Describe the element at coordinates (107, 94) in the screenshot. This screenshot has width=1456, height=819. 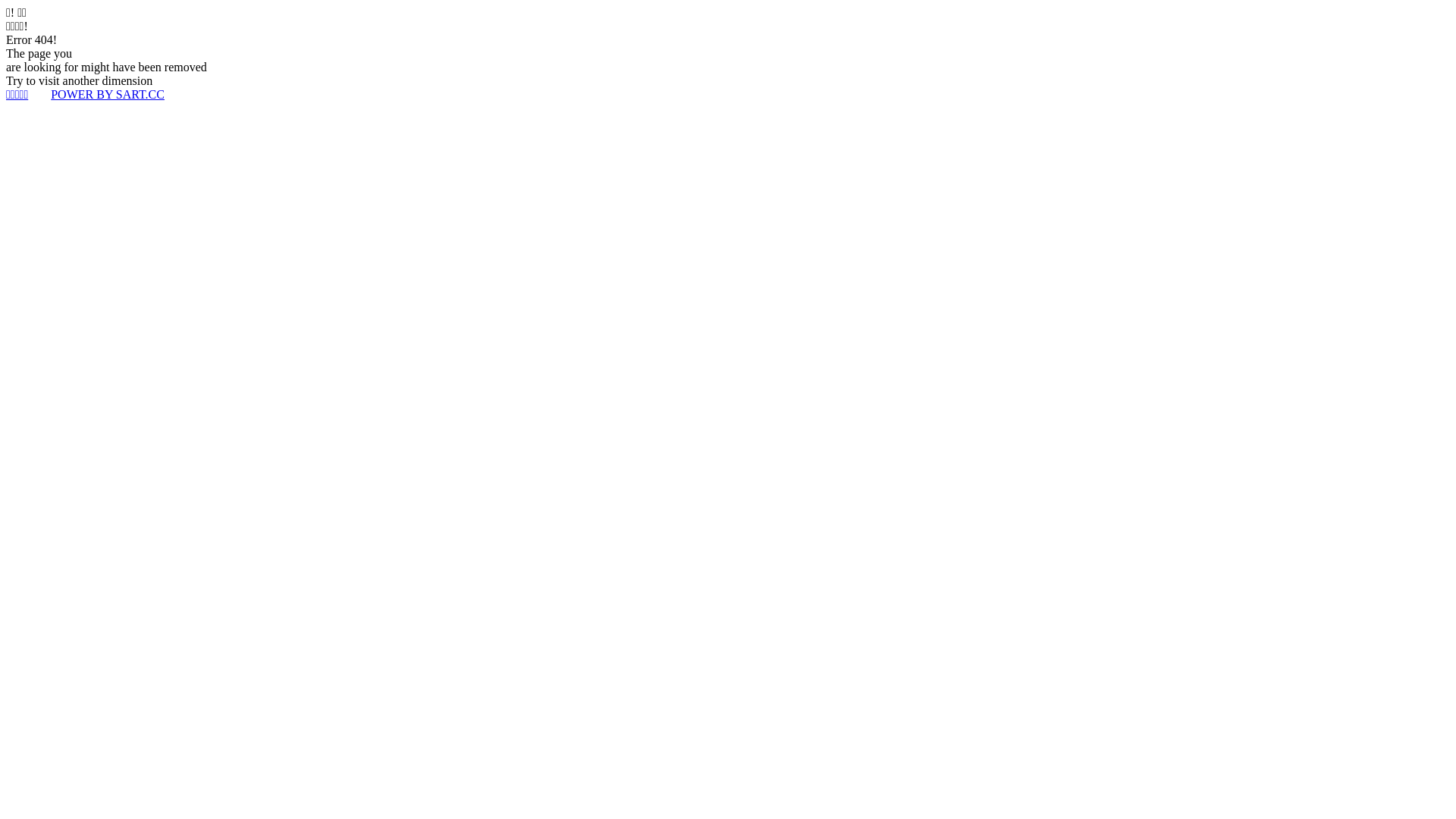
I see `'POWER BY SART.CC'` at that location.